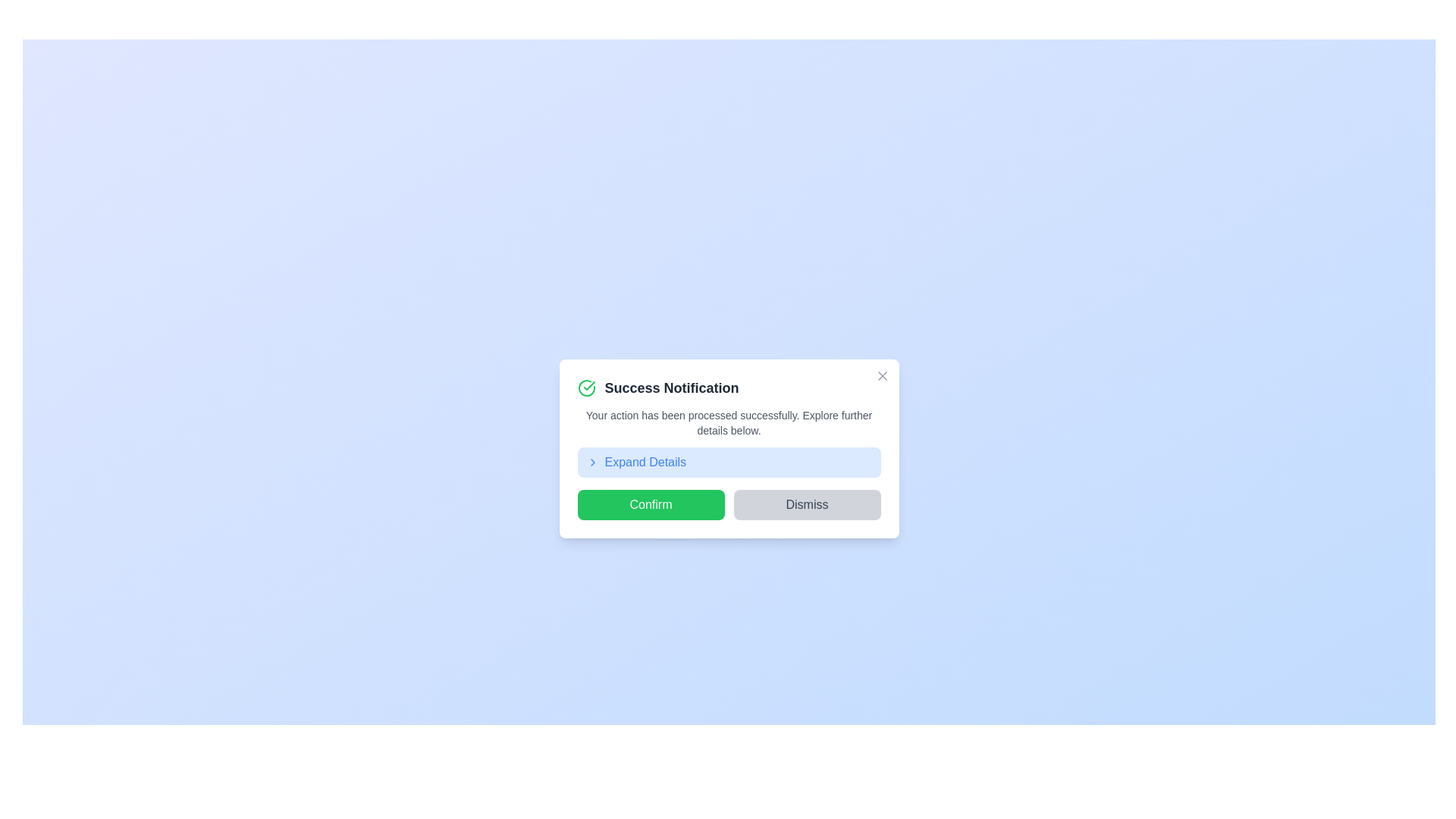 The height and width of the screenshot is (819, 1456). What do you see at coordinates (651, 505) in the screenshot?
I see `the 'Confirm' button to confirm the action` at bounding box center [651, 505].